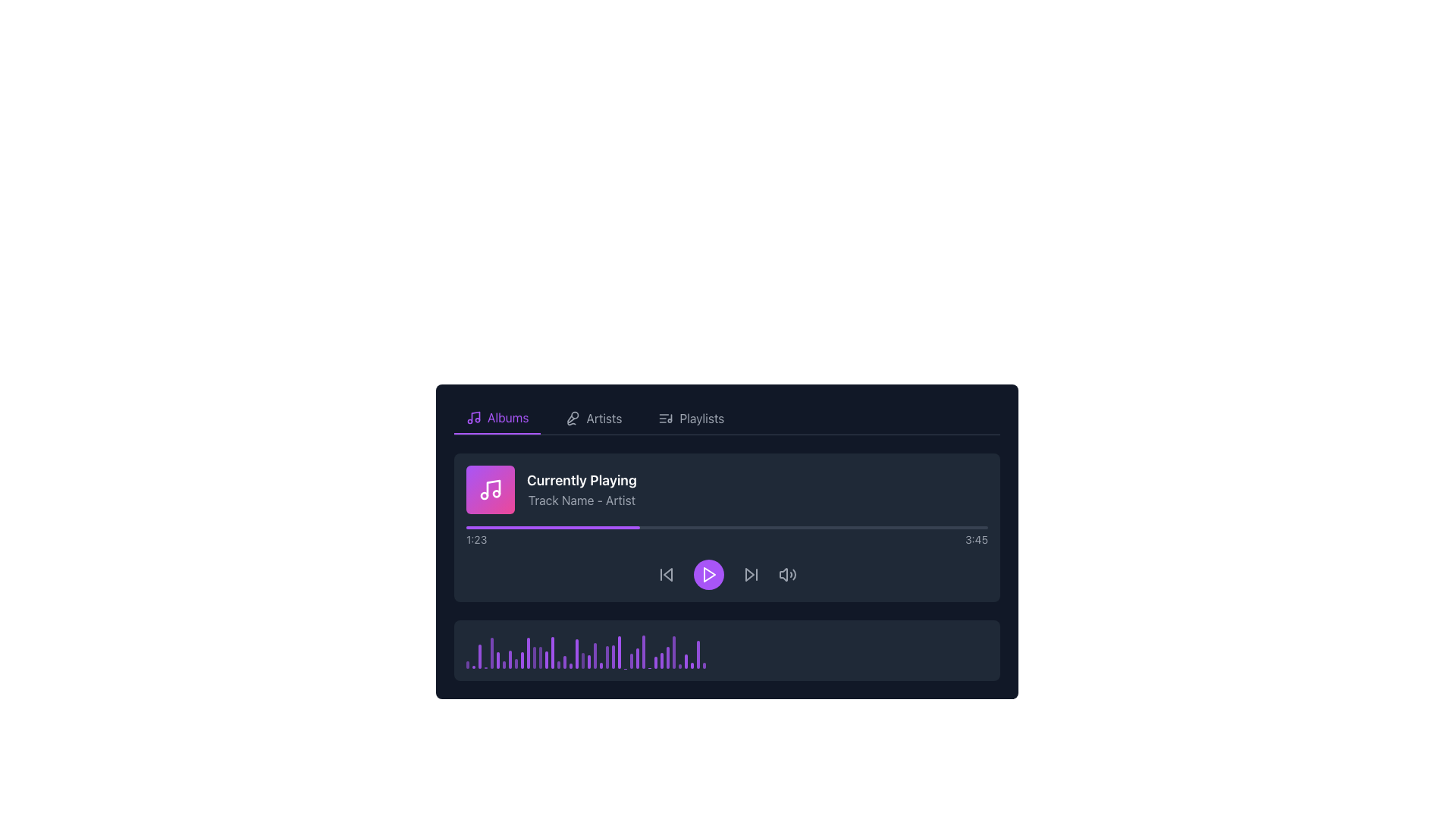  I want to click on the thirty-fourth decorative vertical bar in the audio visualizer, which represents audio levels or frequencies, so click(686, 661).